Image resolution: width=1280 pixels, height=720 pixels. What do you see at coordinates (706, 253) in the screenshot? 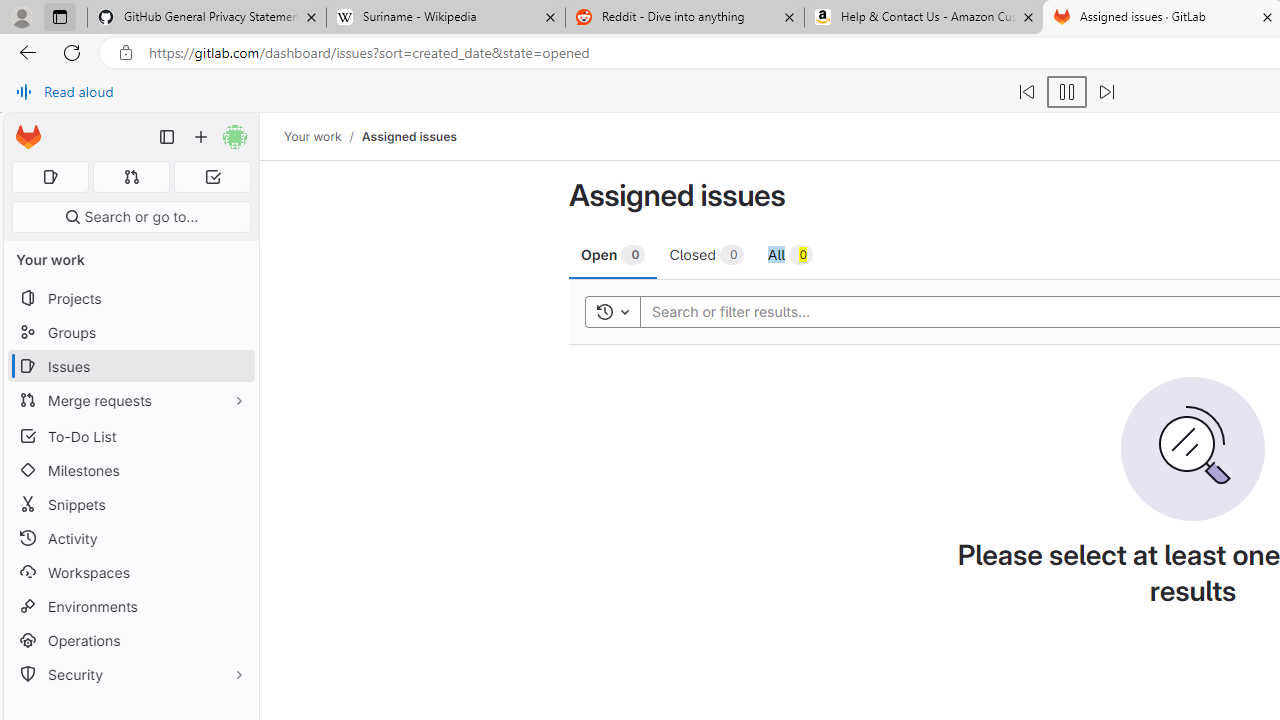
I see `'Closed 0'` at bounding box center [706, 253].